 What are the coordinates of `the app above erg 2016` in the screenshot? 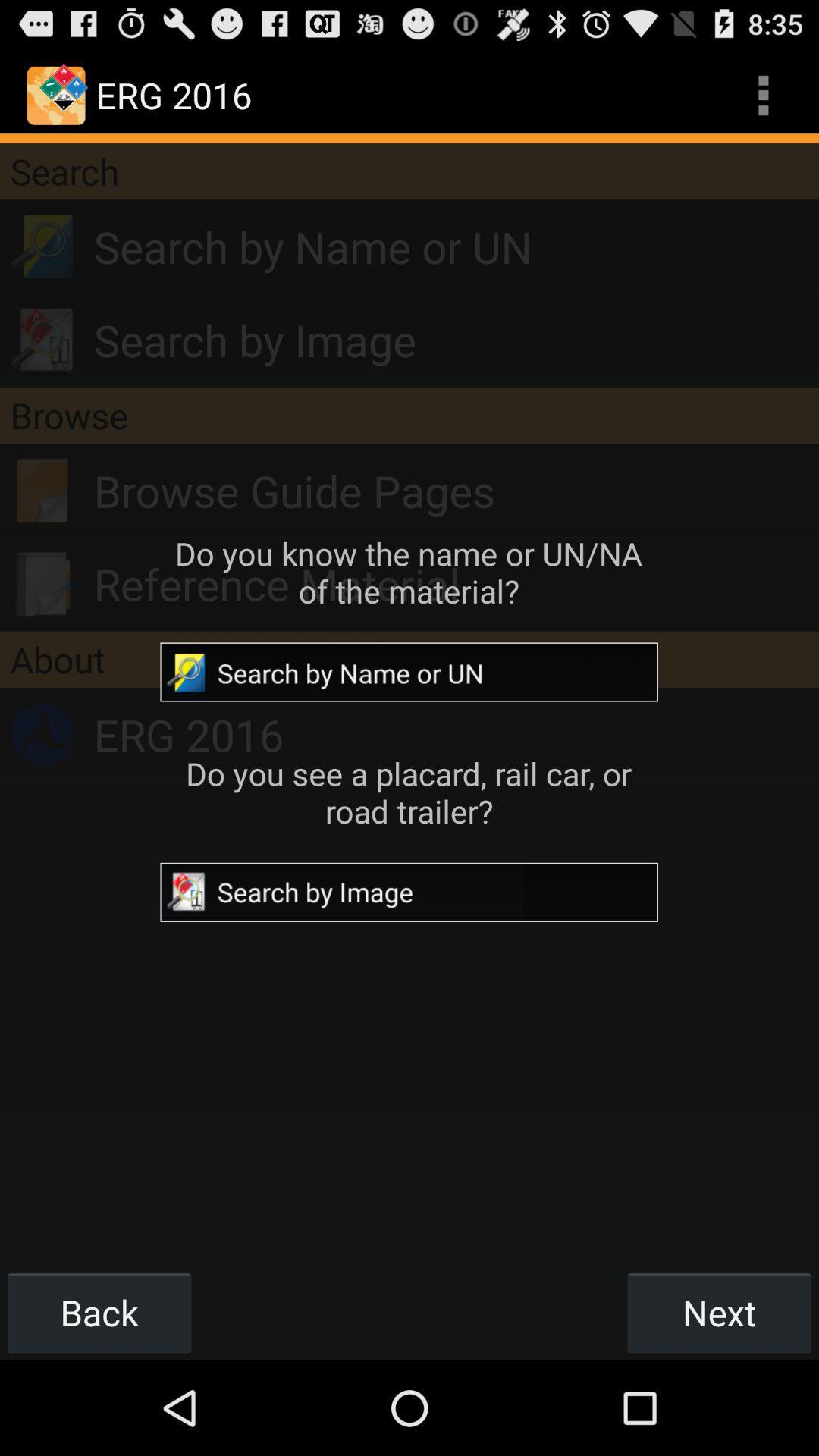 It's located at (409, 659).